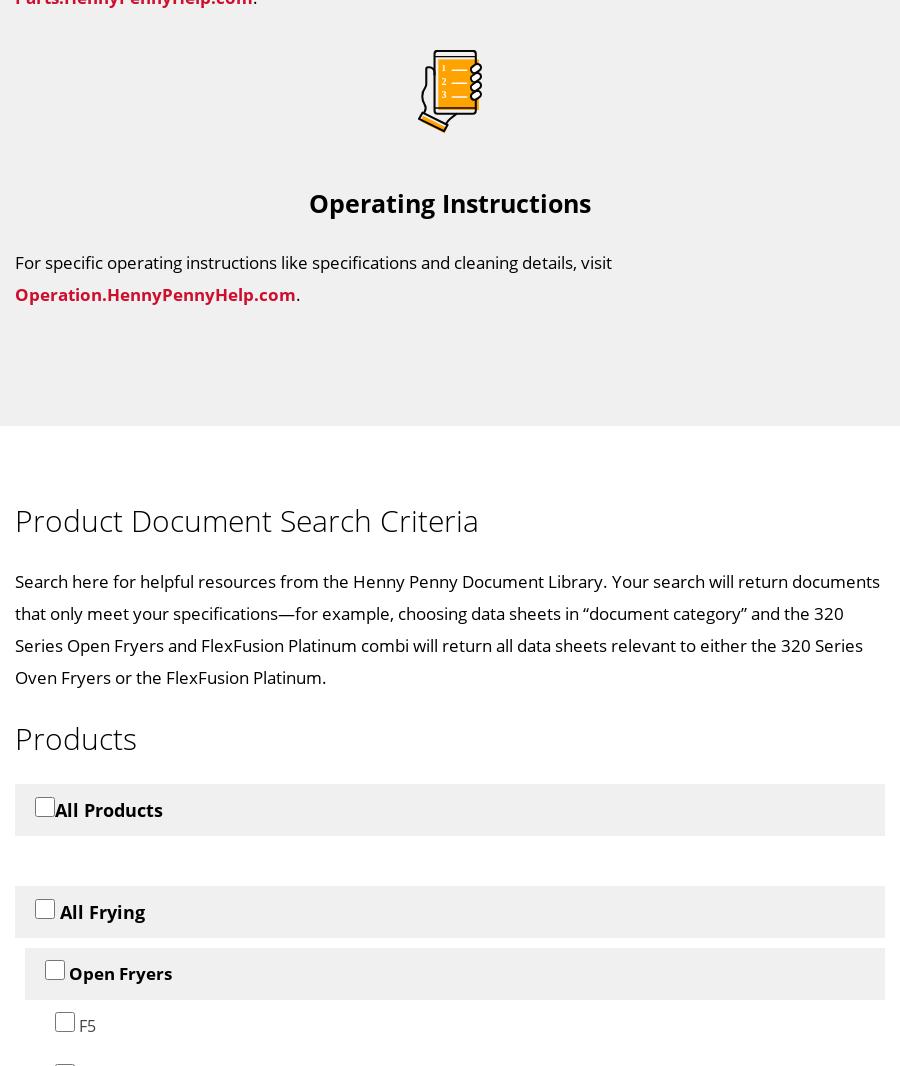 The height and width of the screenshot is (1066, 900). Describe the element at coordinates (107, 808) in the screenshot. I see `'All Products'` at that location.